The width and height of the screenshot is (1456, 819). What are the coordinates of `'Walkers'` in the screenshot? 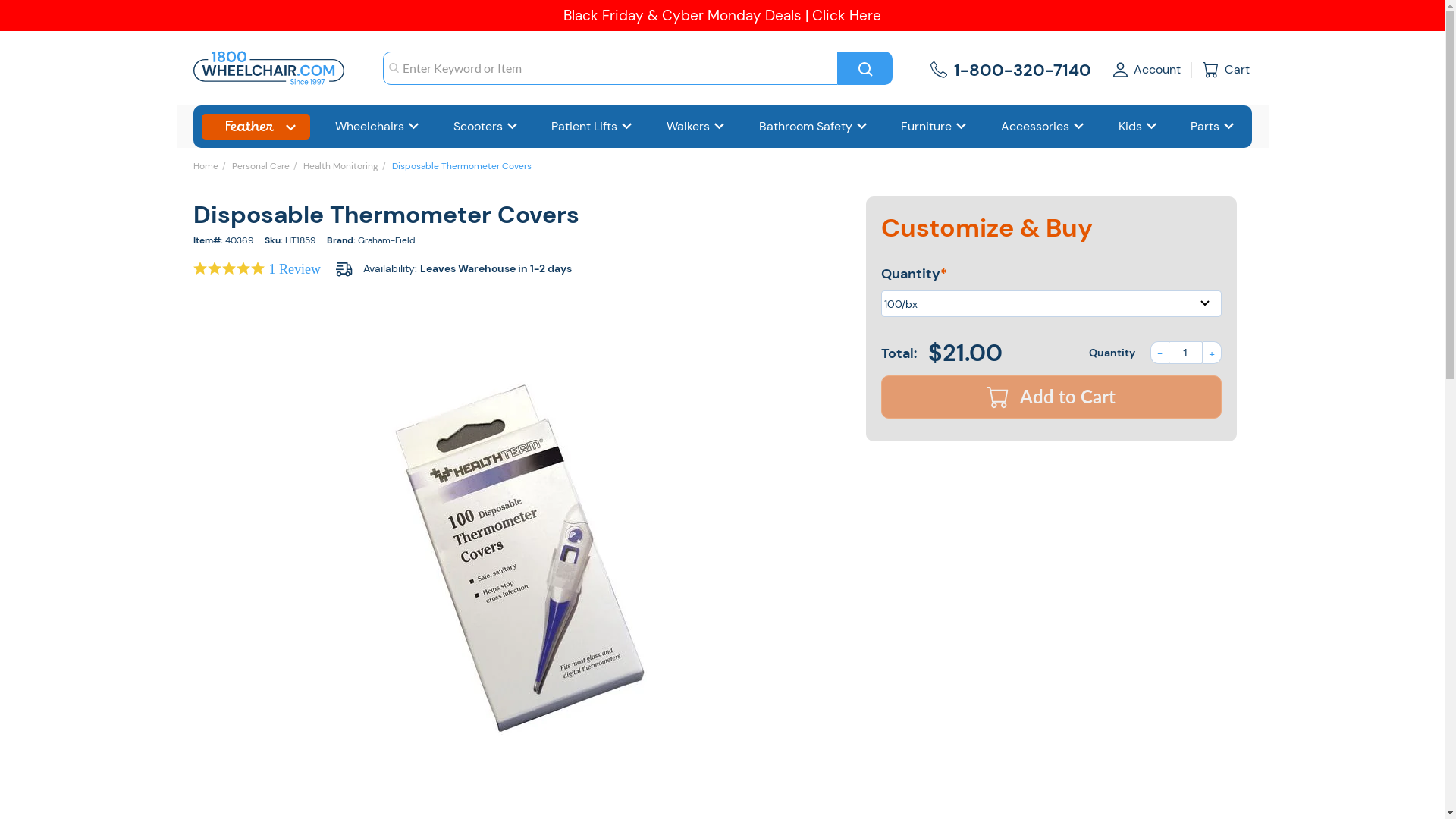 It's located at (695, 126).